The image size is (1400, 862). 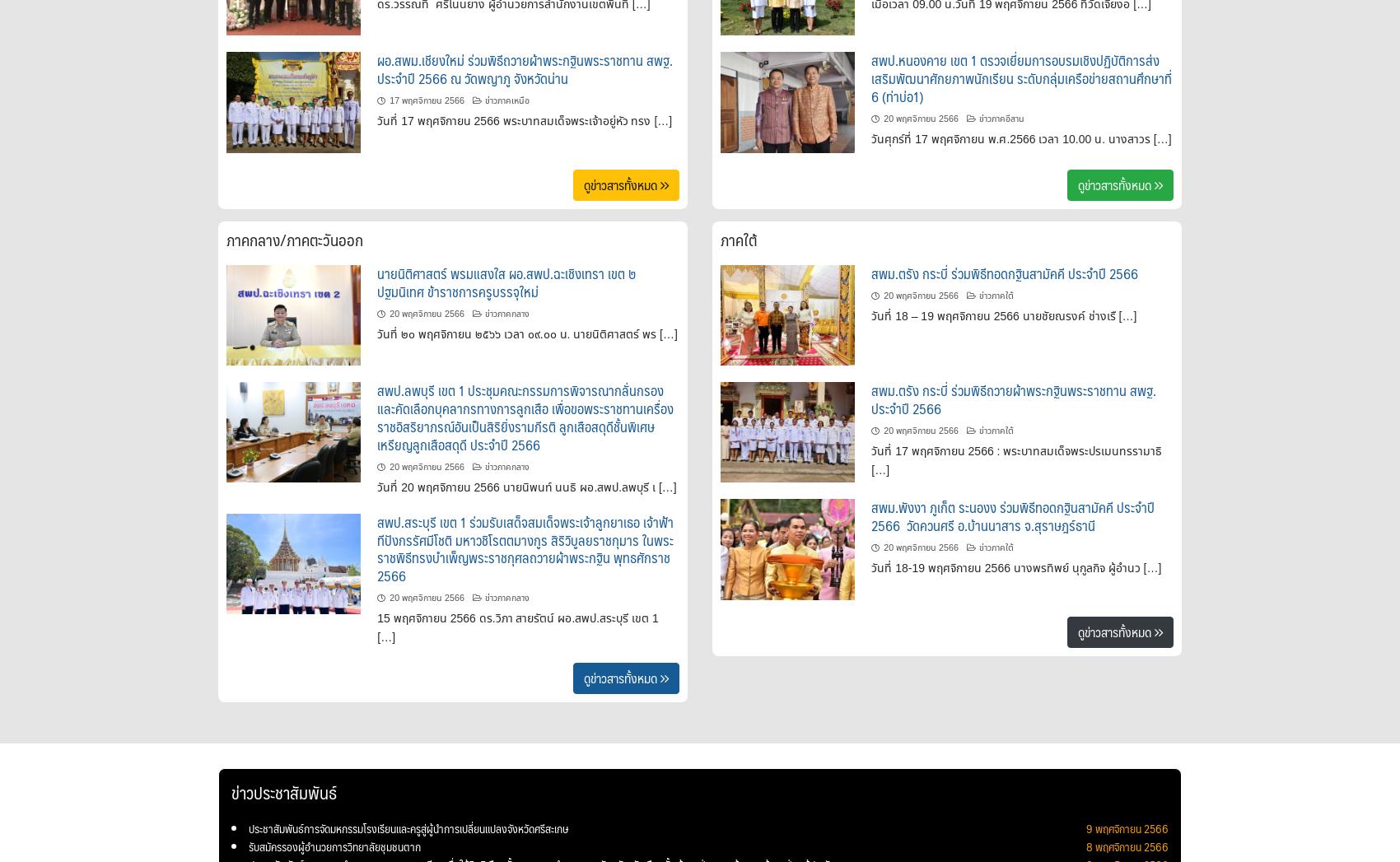 What do you see at coordinates (525, 547) in the screenshot?
I see `'สพป.สระบุรี เขต 1 ร่วมรับเสด็จสมเด็จพระเจ้าลูกยาเธอ เจ้าฟ้าทีปังกรรัศมีโชติ มหาวชิโรตตมางกูร สิริวิบูลยราชกุมาร ในพระราชพิธีทรงบำเพ็ญพระราชกุศลถวายผ้าพระกฐิน พุทธศักราช 2566'` at bounding box center [525, 547].